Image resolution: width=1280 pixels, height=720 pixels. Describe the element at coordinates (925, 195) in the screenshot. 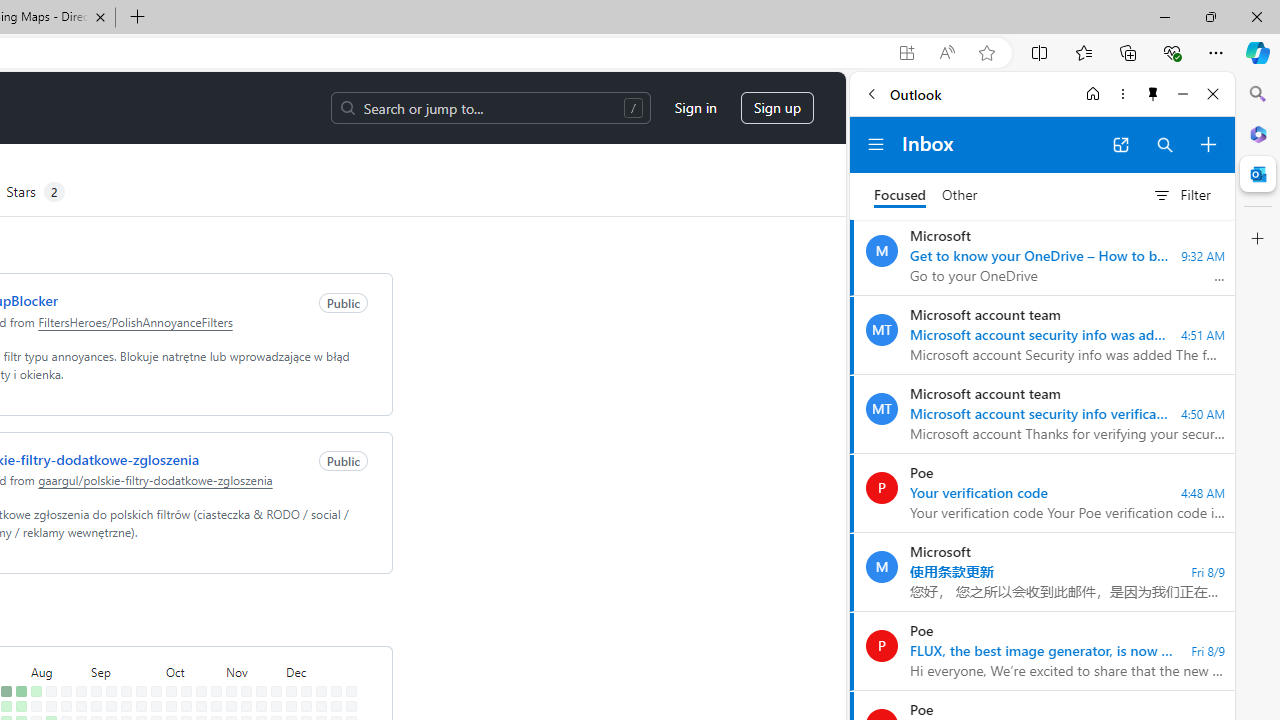

I see `'Focused Inbox, toggle to go to Other Inbox'` at that location.